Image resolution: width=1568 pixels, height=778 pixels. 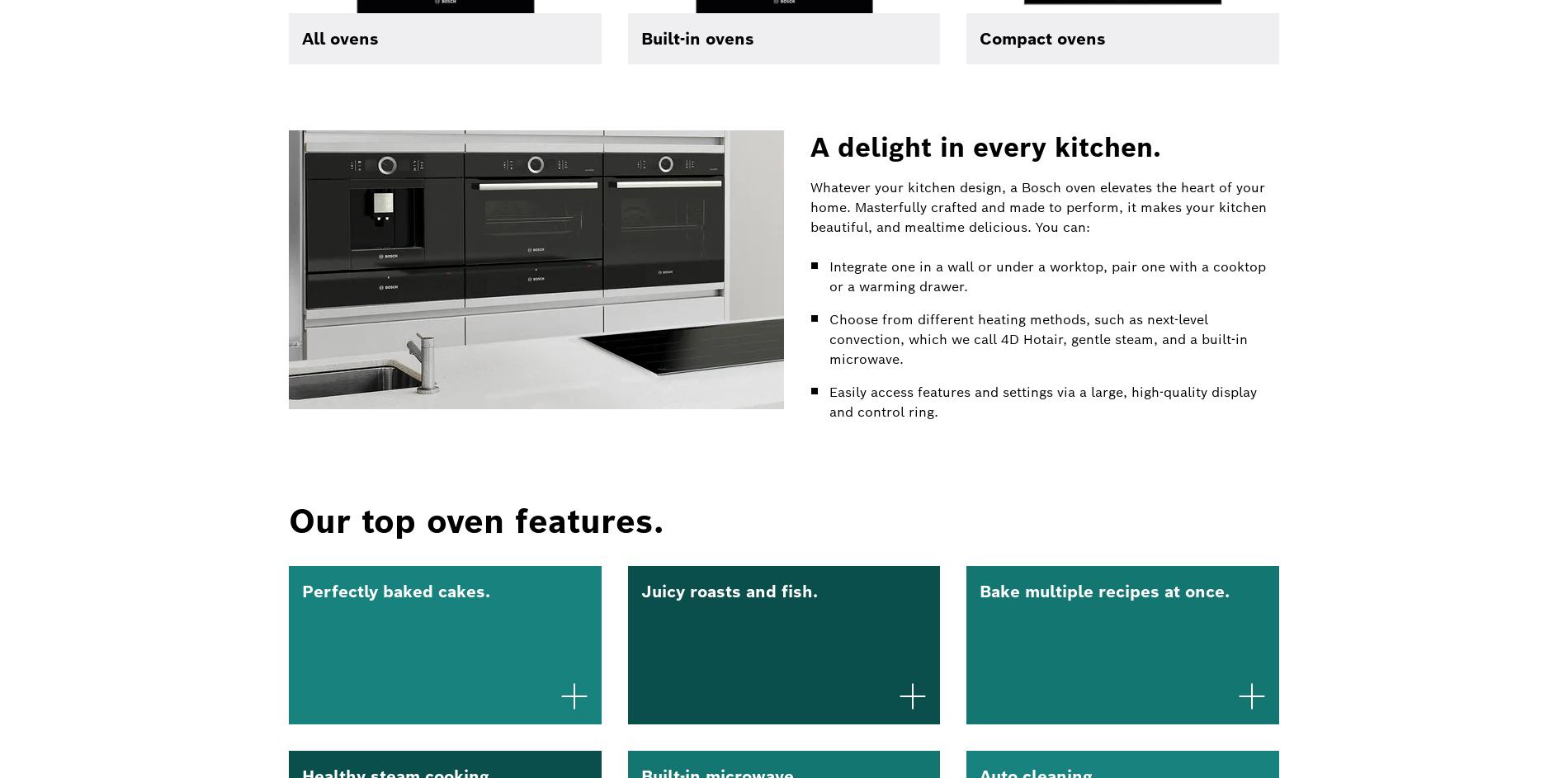 What do you see at coordinates (566, 205) in the screenshot?
I see `'Awards'` at bounding box center [566, 205].